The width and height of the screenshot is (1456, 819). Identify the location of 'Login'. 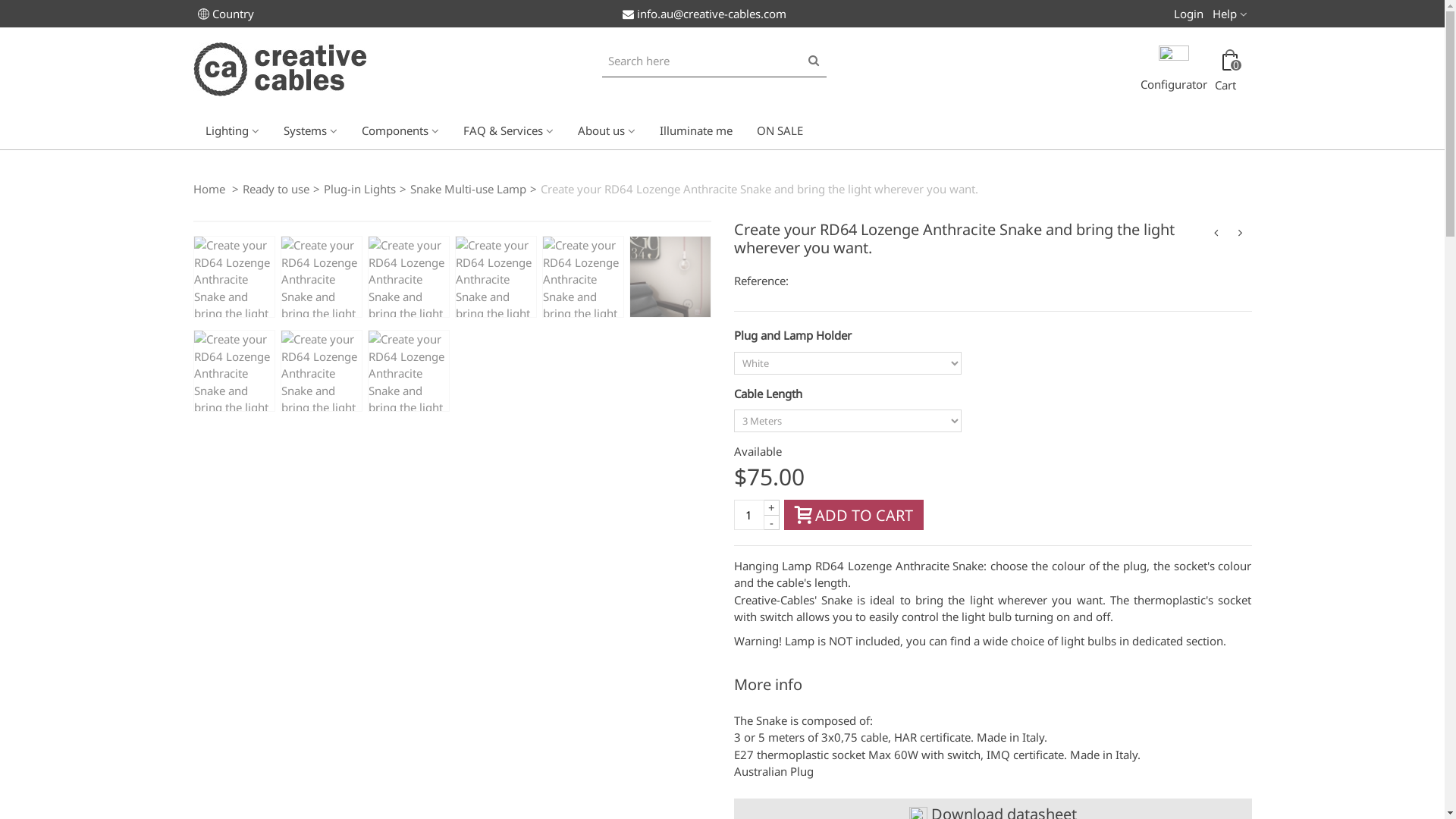
(1188, 11).